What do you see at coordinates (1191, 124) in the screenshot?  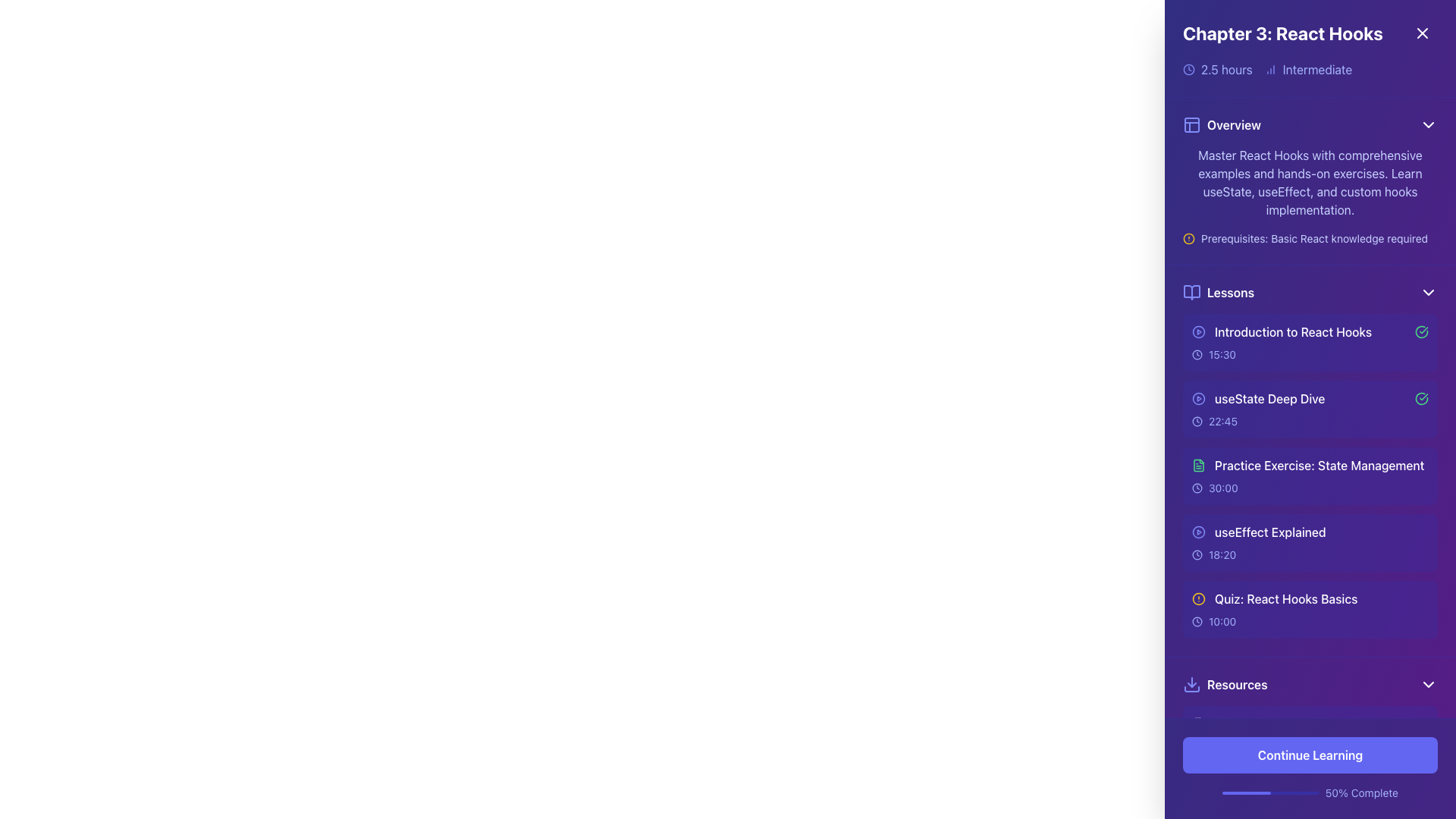 I see `the grid icon with a highlighted top-left corner, located to the left of the 'Overview' text` at bounding box center [1191, 124].